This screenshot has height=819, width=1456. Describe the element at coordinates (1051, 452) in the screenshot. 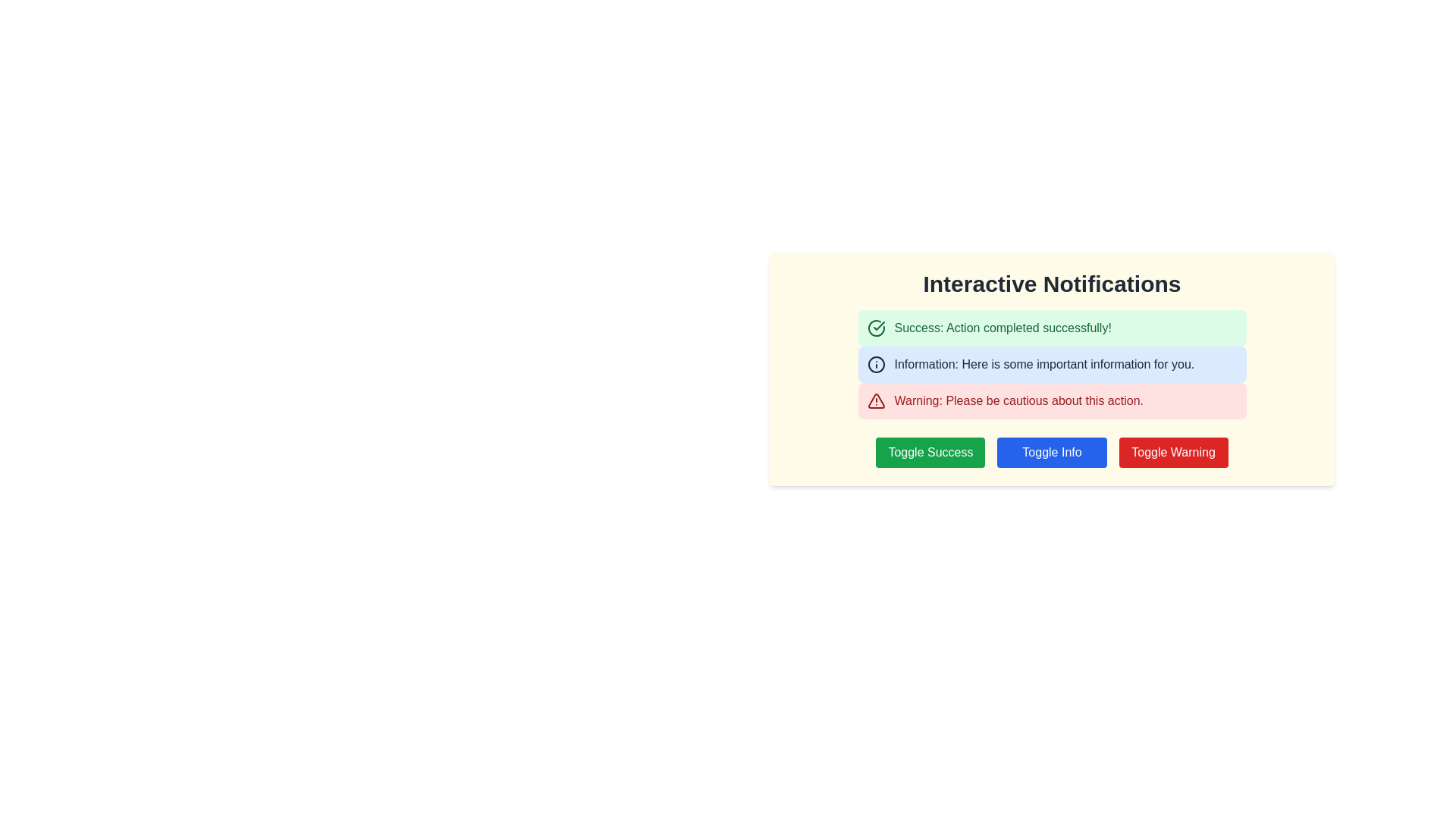

I see `the 'Toggle Info' button, which is a rectangular button with white text on a blue background` at that location.